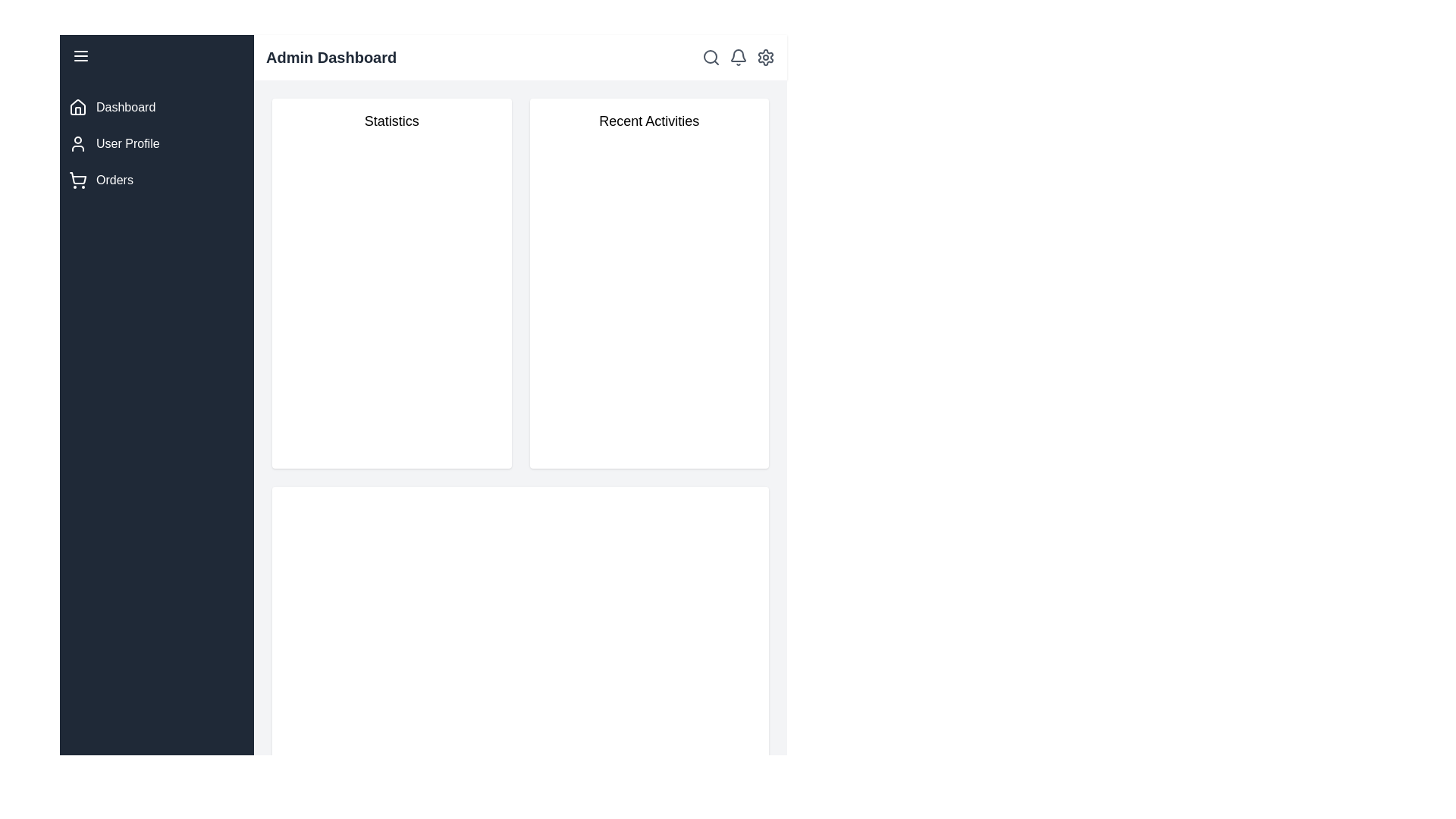 The width and height of the screenshot is (1456, 819). I want to click on the 'User Profile' menu item in the vertical sidebar, so click(156, 143).